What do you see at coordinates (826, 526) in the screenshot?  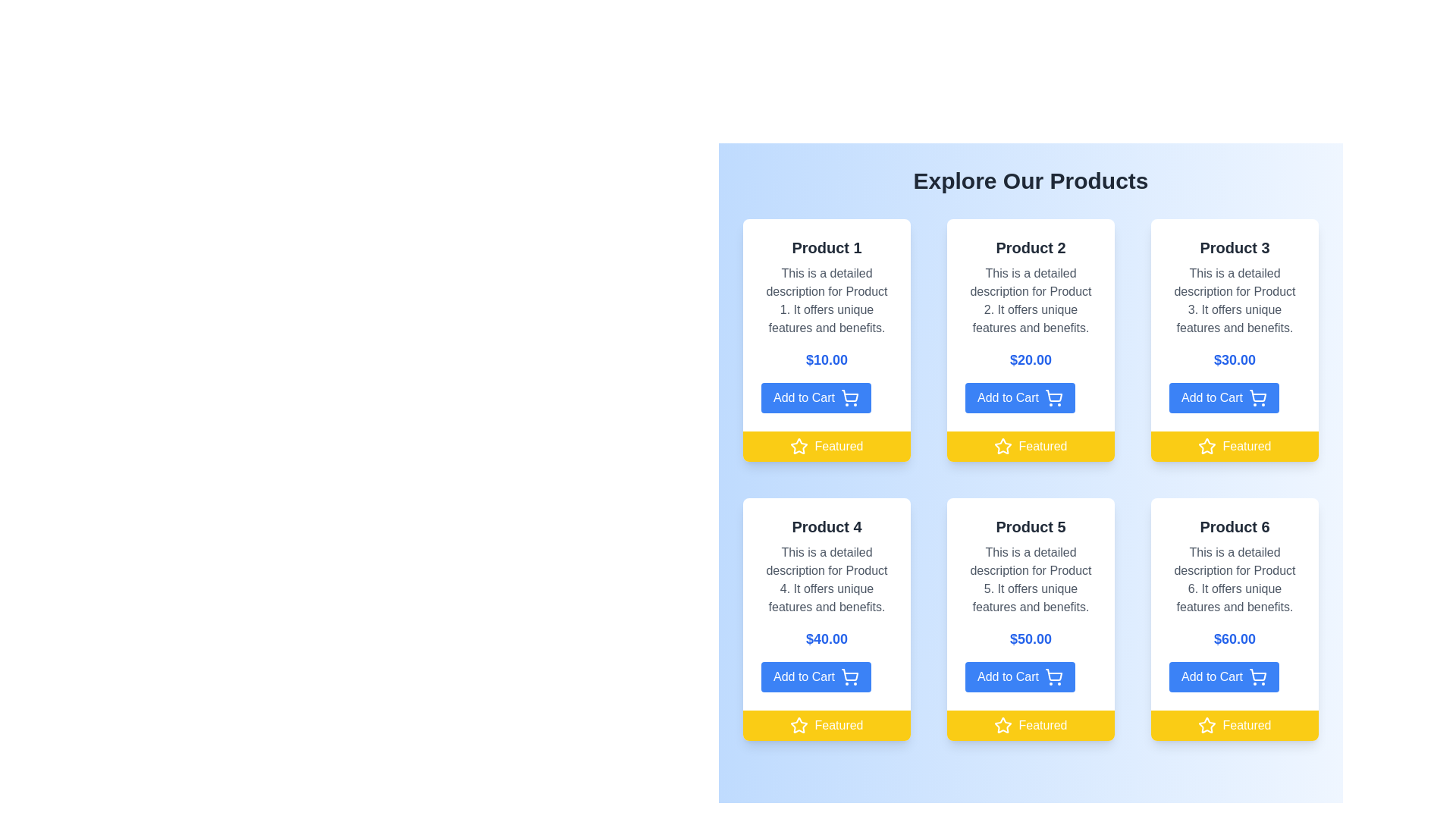 I see `the text label that identifies the product as 'Product 4', located at the top of the product card in a 3x2 grid layout` at bounding box center [826, 526].